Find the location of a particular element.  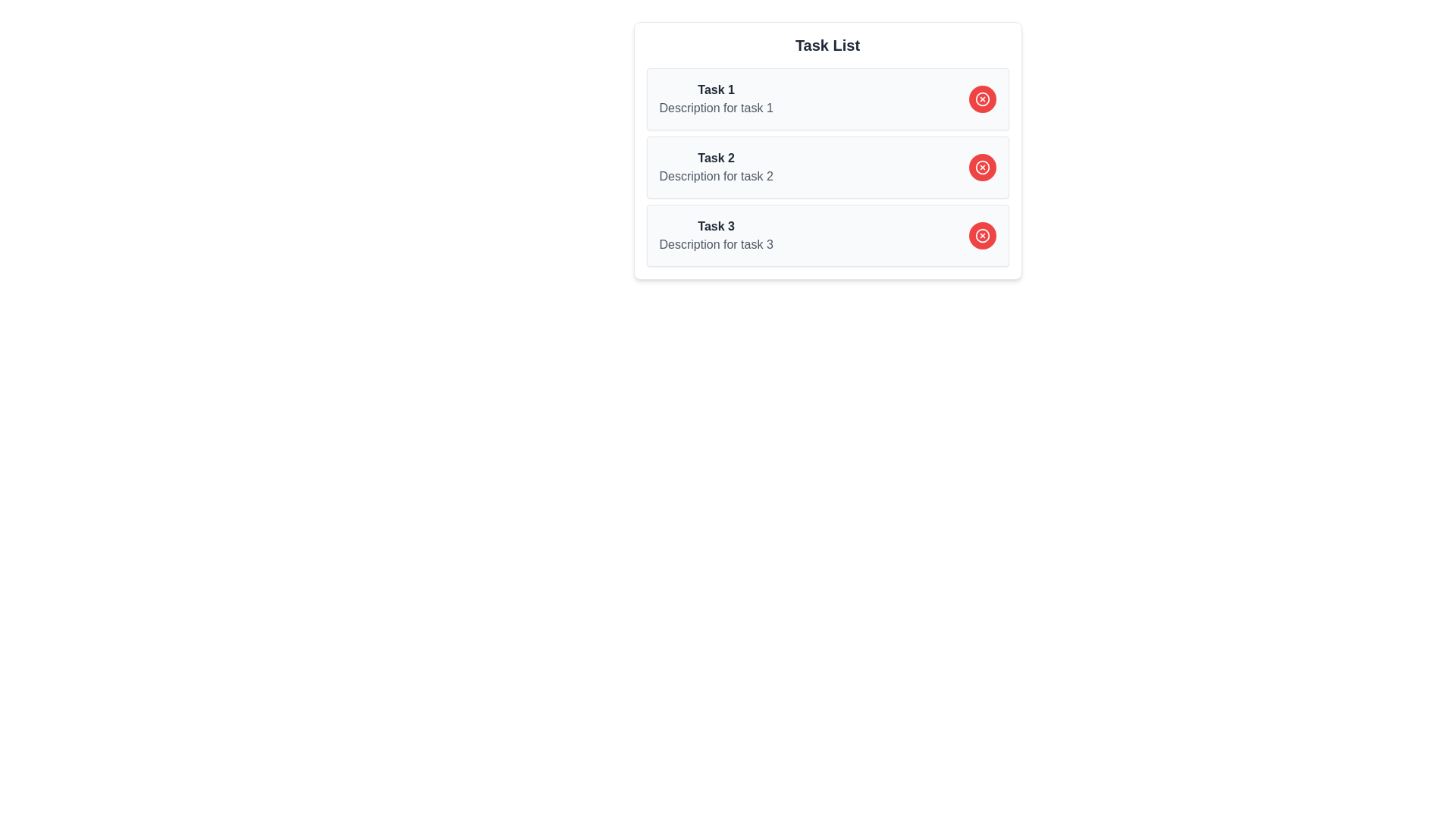

the first row element in the 'Task List' that contains the title and description for a task is located at coordinates (715, 99).